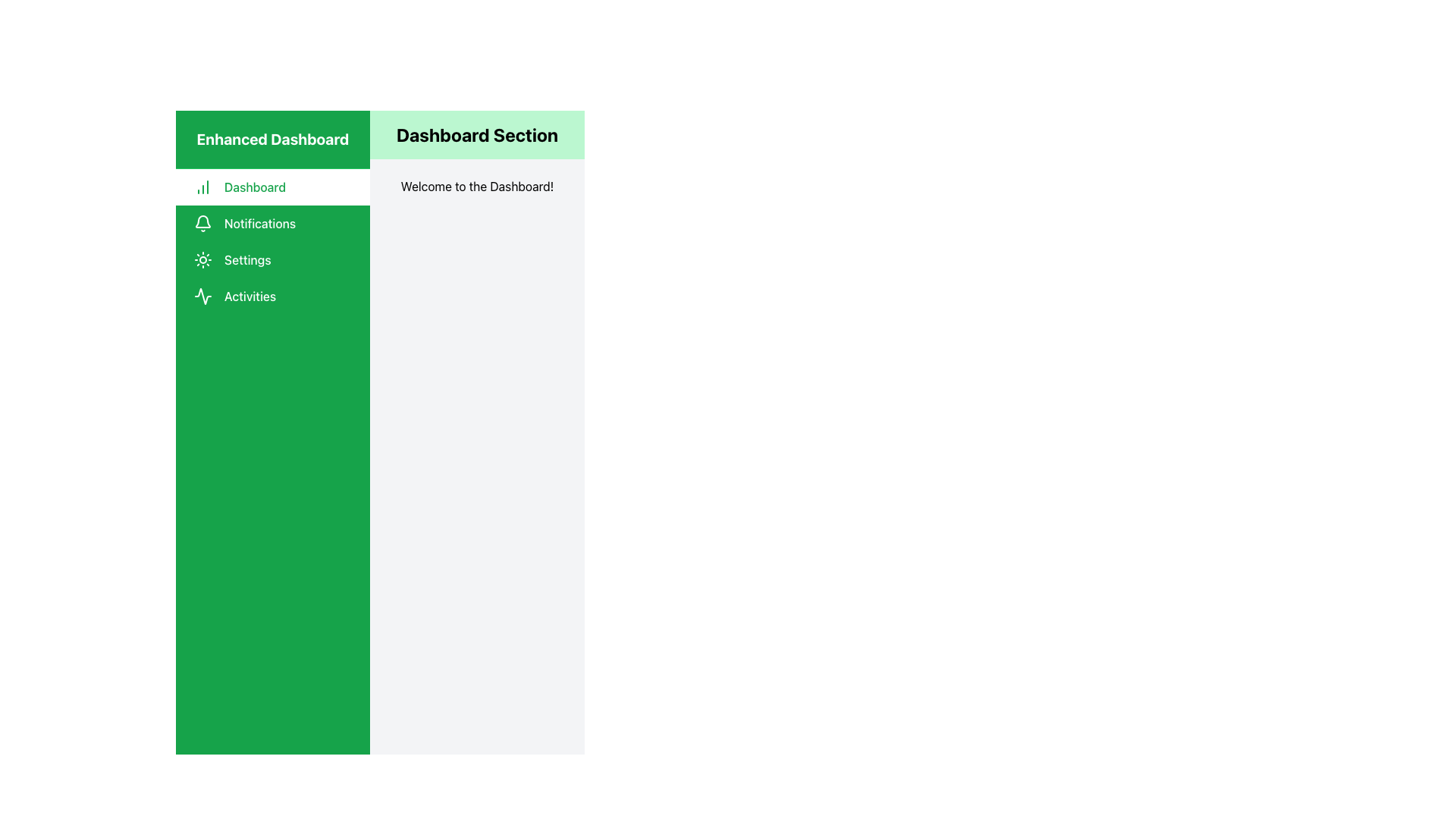 This screenshot has width=1456, height=819. I want to click on the bell icon representing the notification feature, which is styled with a green background and is located to the left of the text label 'Notifications', so click(202, 223).